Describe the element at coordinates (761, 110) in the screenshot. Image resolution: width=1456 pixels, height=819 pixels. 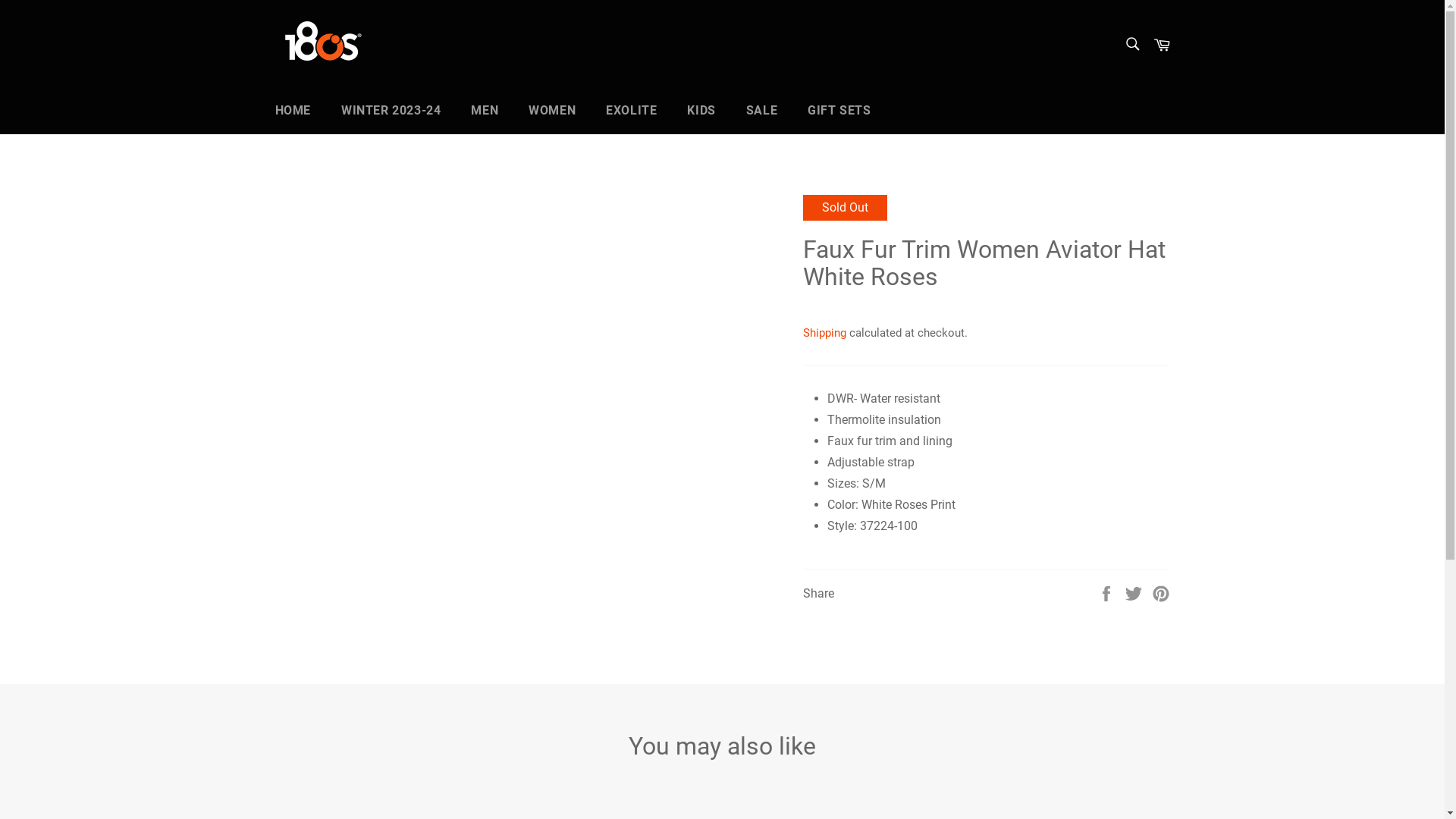
I see `'SALE'` at that location.